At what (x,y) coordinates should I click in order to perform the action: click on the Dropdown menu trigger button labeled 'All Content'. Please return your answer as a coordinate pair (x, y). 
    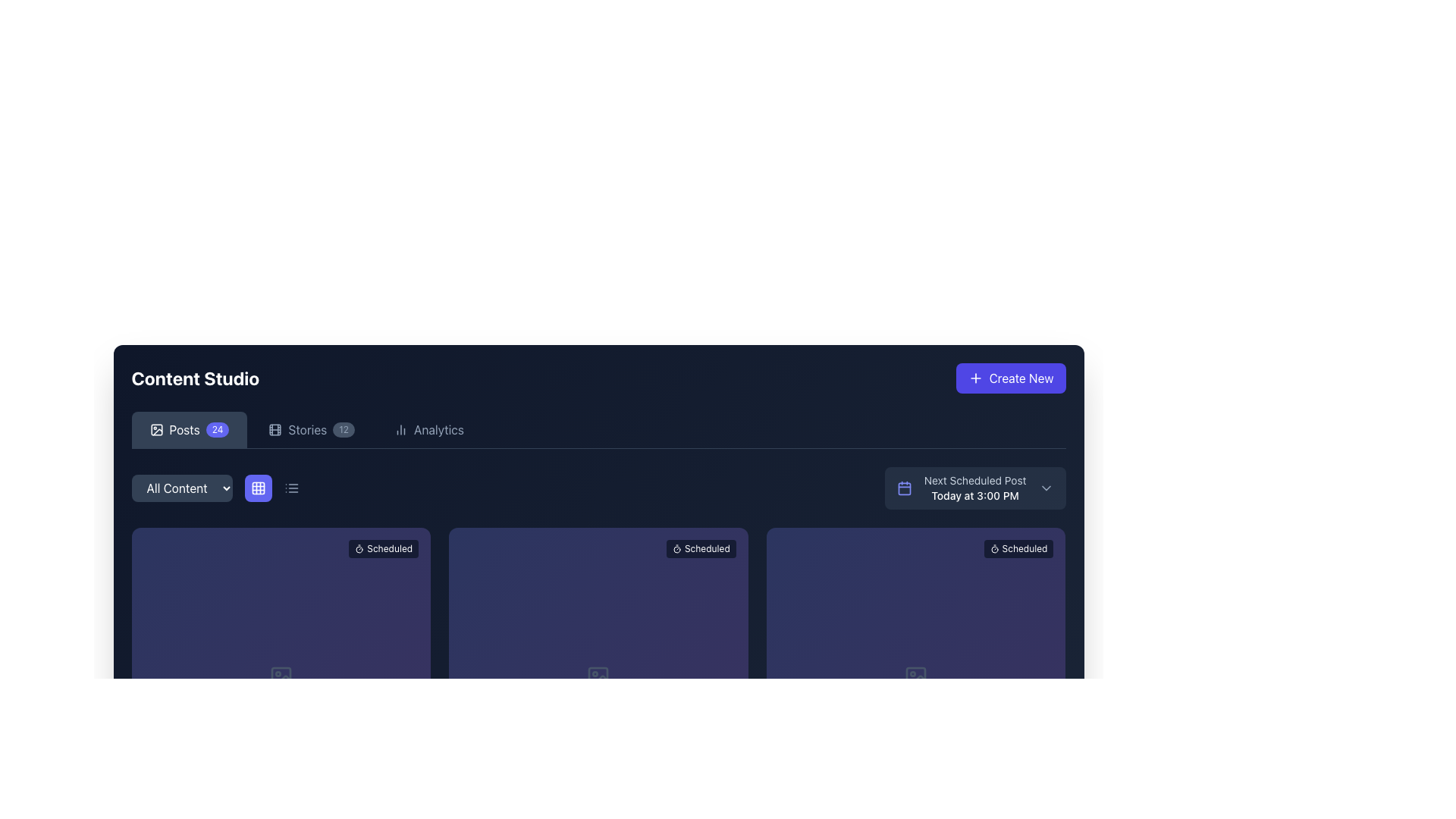
    Looking at the image, I should click on (218, 488).